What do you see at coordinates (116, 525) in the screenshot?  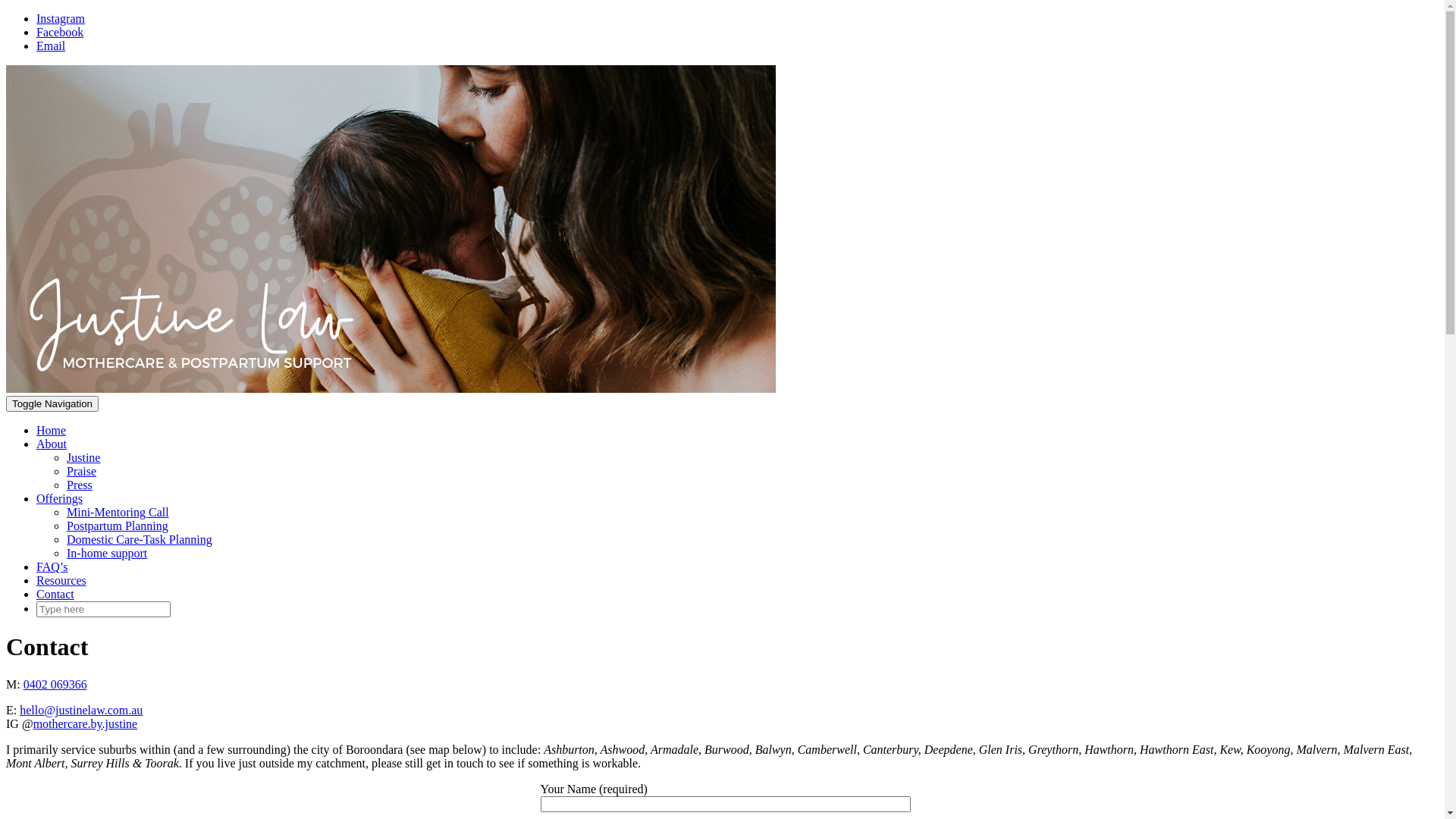 I see `'Postpartum Planning'` at bounding box center [116, 525].